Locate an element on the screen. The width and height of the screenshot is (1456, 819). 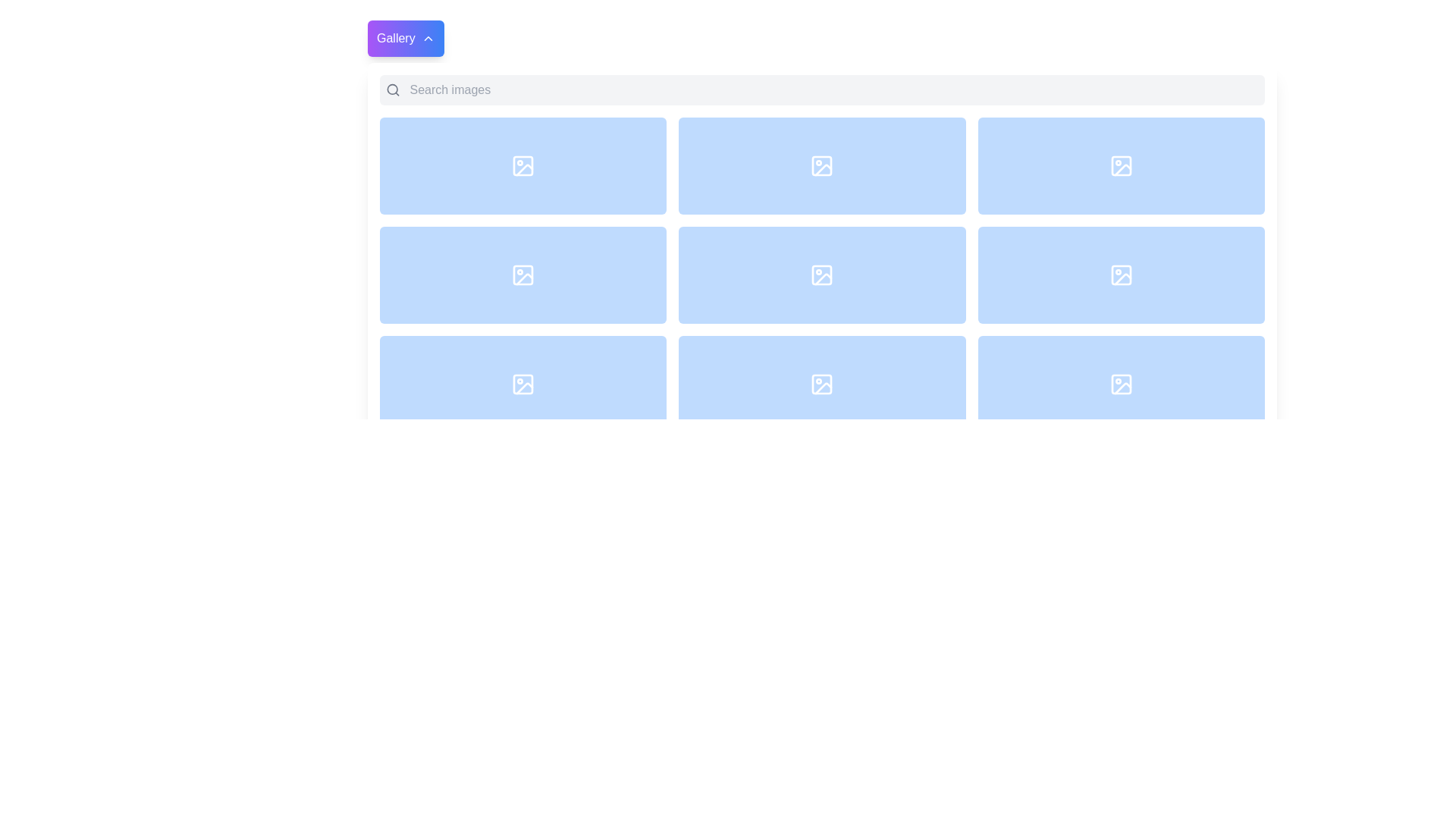
the rectangular button labeled 'Gallery' with a gradient background transitioning from purple to blue, located in the top-left corner of the interface is located at coordinates (406, 37).